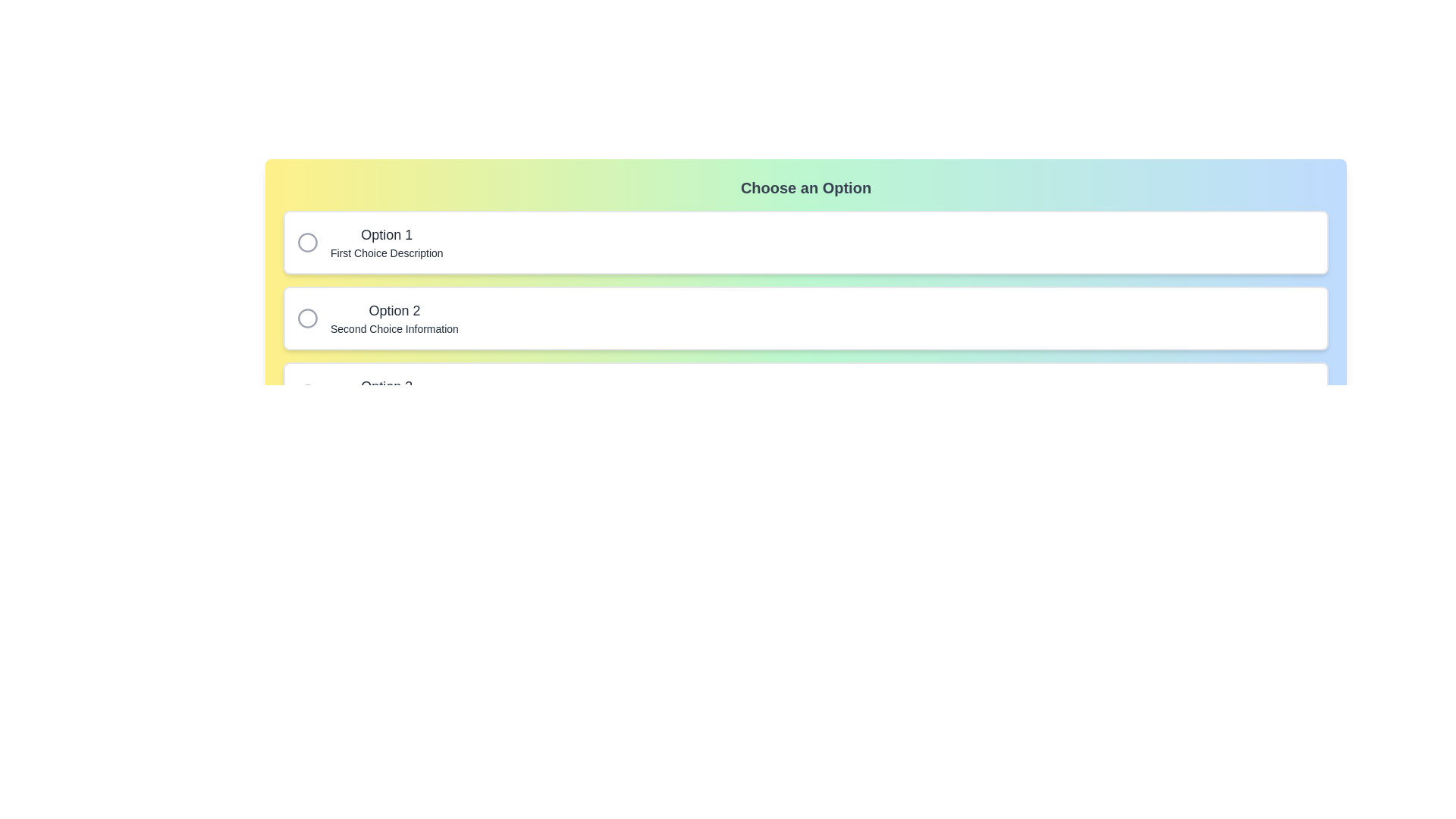 This screenshot has width=1456, height=819. Describe the element at coordinates (394, 328) in the screenshot. I see `the descriptive Text label located below the 'Option 2' heading in the second option group` at that location.